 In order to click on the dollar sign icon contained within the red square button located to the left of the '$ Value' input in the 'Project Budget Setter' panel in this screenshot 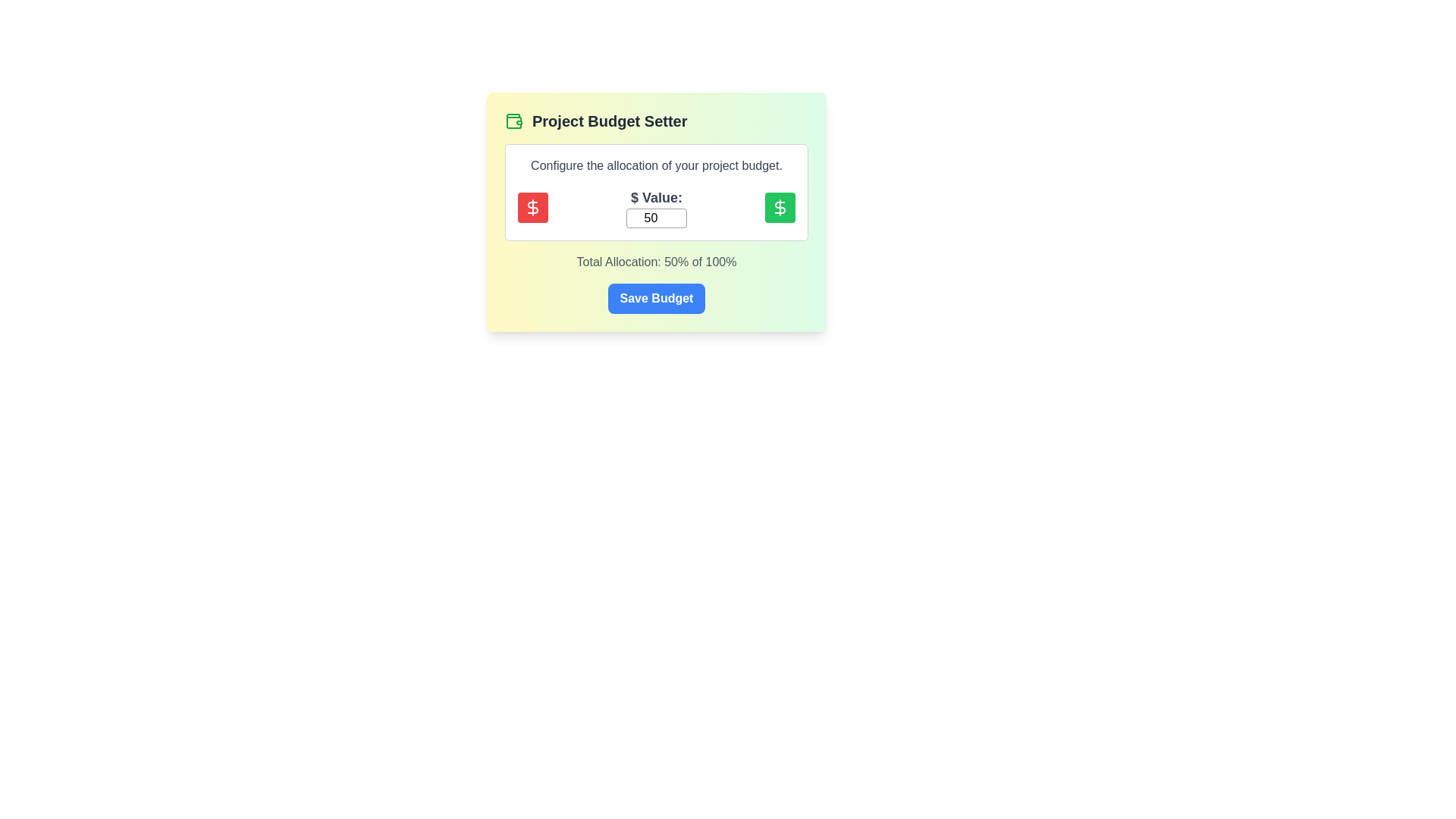, I will do `click(532, 207)`.